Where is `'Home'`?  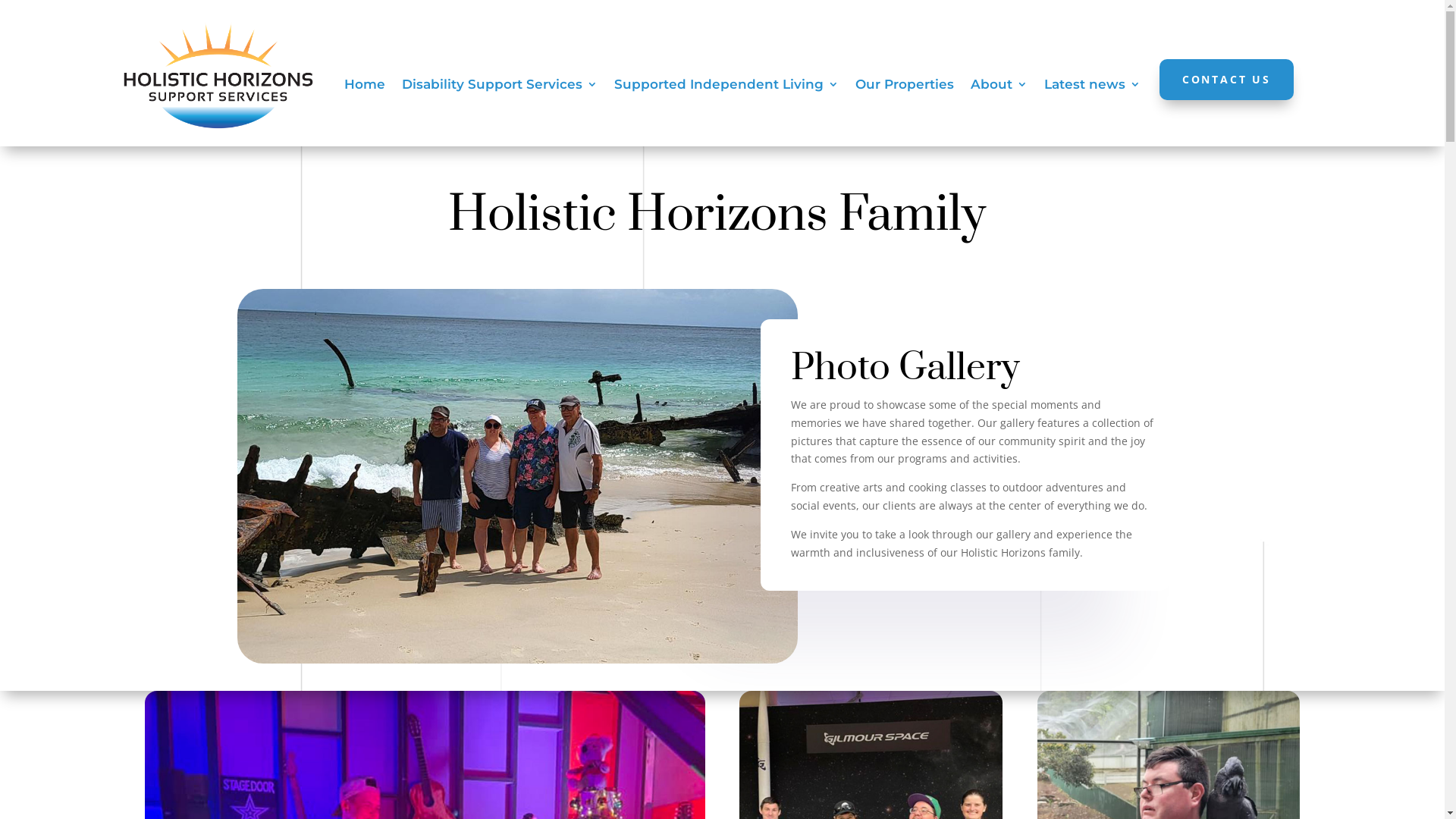 'Home' is located at coordinates (364, 87).